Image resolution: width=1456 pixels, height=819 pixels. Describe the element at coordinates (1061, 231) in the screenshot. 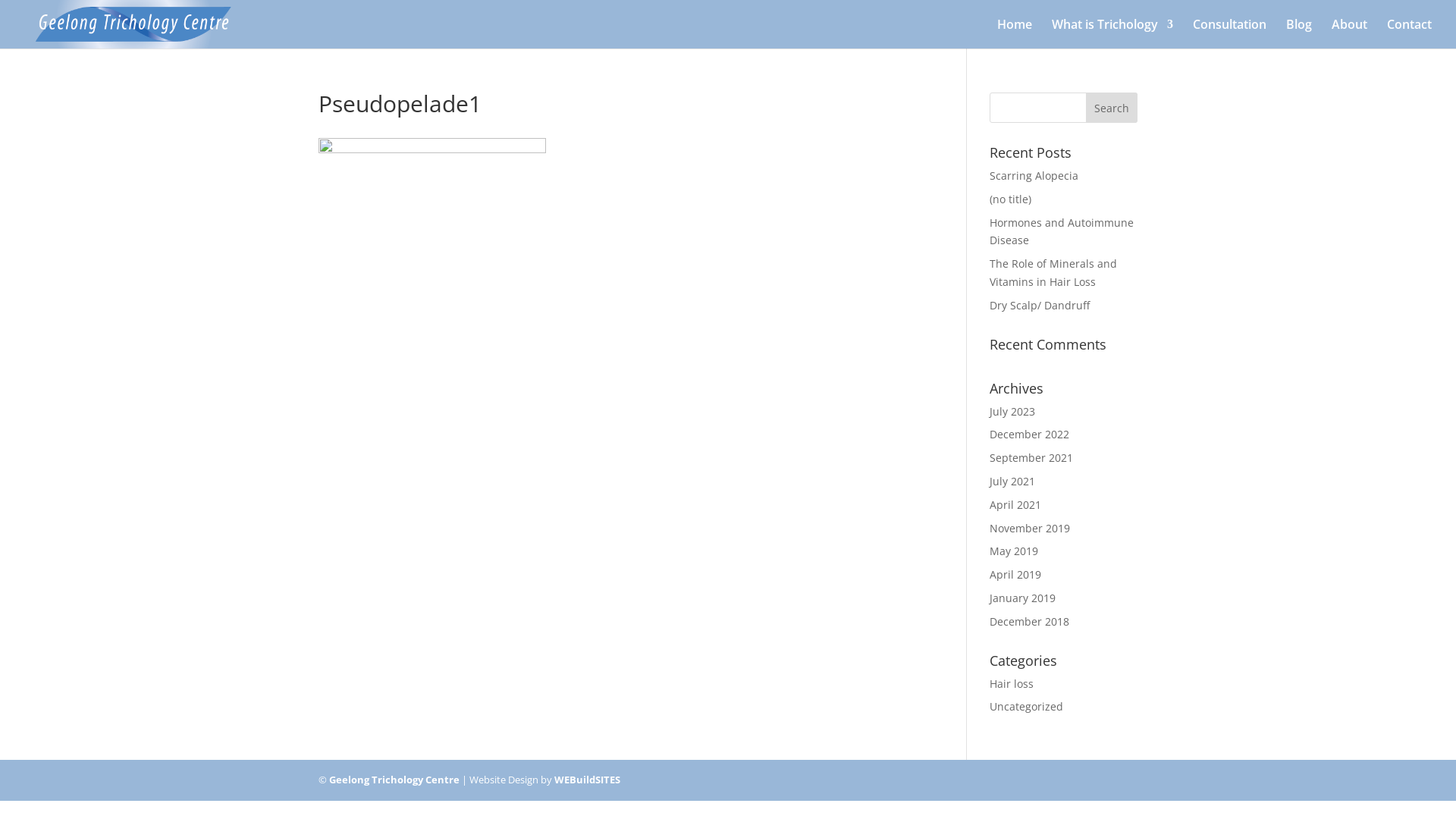

I see `'Hormones and Autoimmune Disease'` at that location.